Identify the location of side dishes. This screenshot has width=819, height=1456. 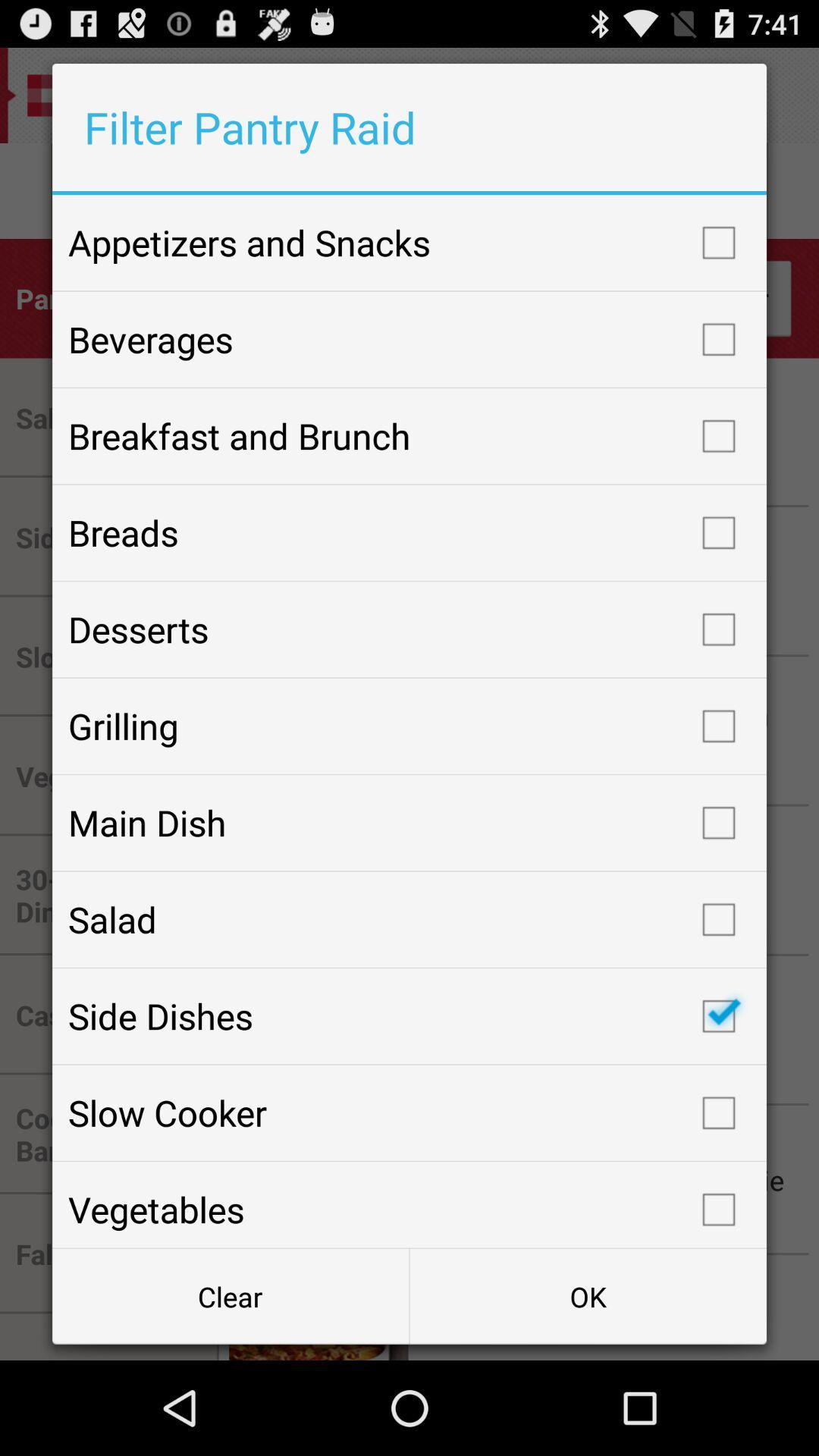
(409, 1016).